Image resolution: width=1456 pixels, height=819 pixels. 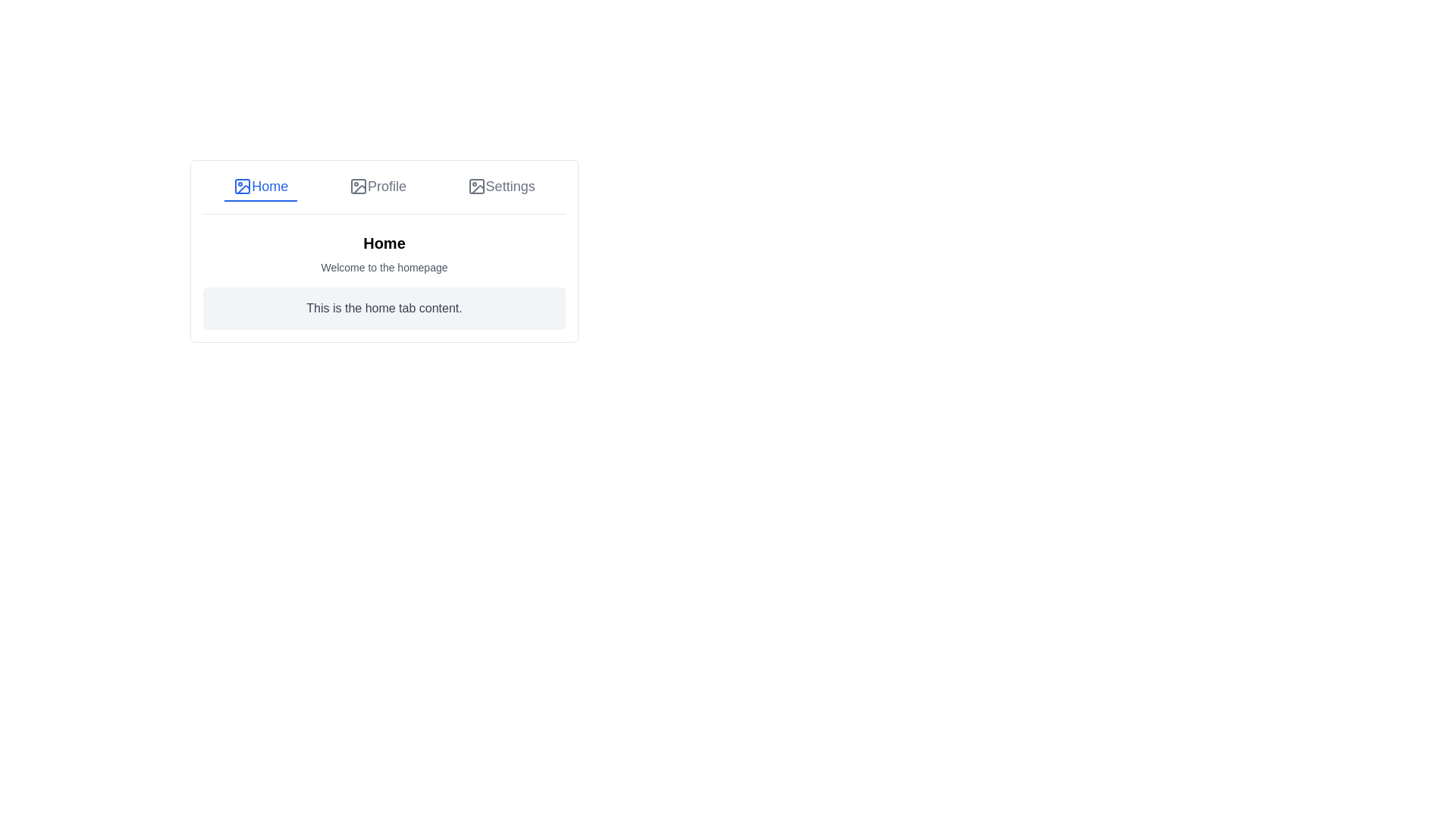 I want to click on the 'Home' icon located at the leftmost side of the navigation bar, so click(x=243, y=186).